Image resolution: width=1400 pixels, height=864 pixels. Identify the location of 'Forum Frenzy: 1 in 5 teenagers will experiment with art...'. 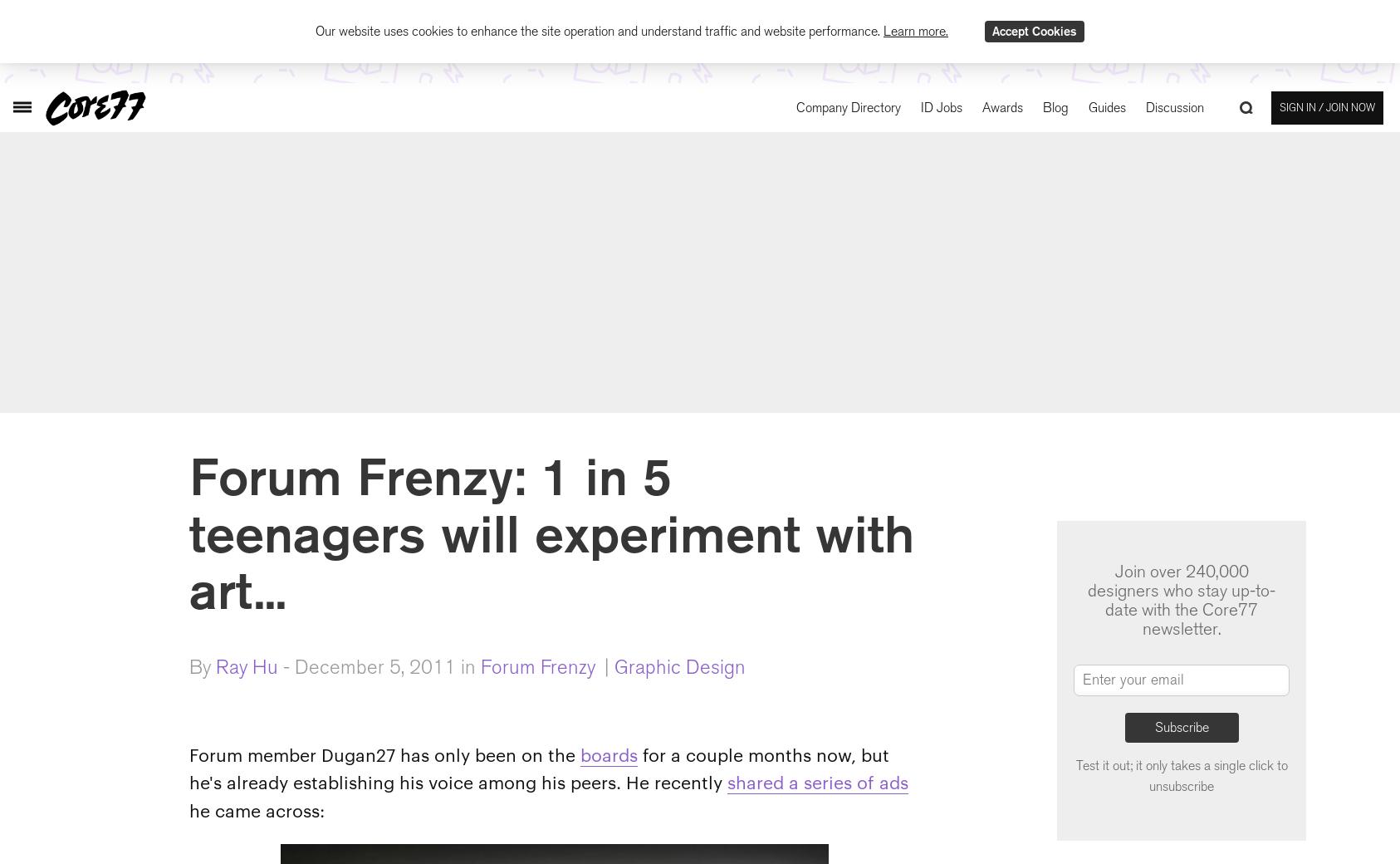
(550, 532).